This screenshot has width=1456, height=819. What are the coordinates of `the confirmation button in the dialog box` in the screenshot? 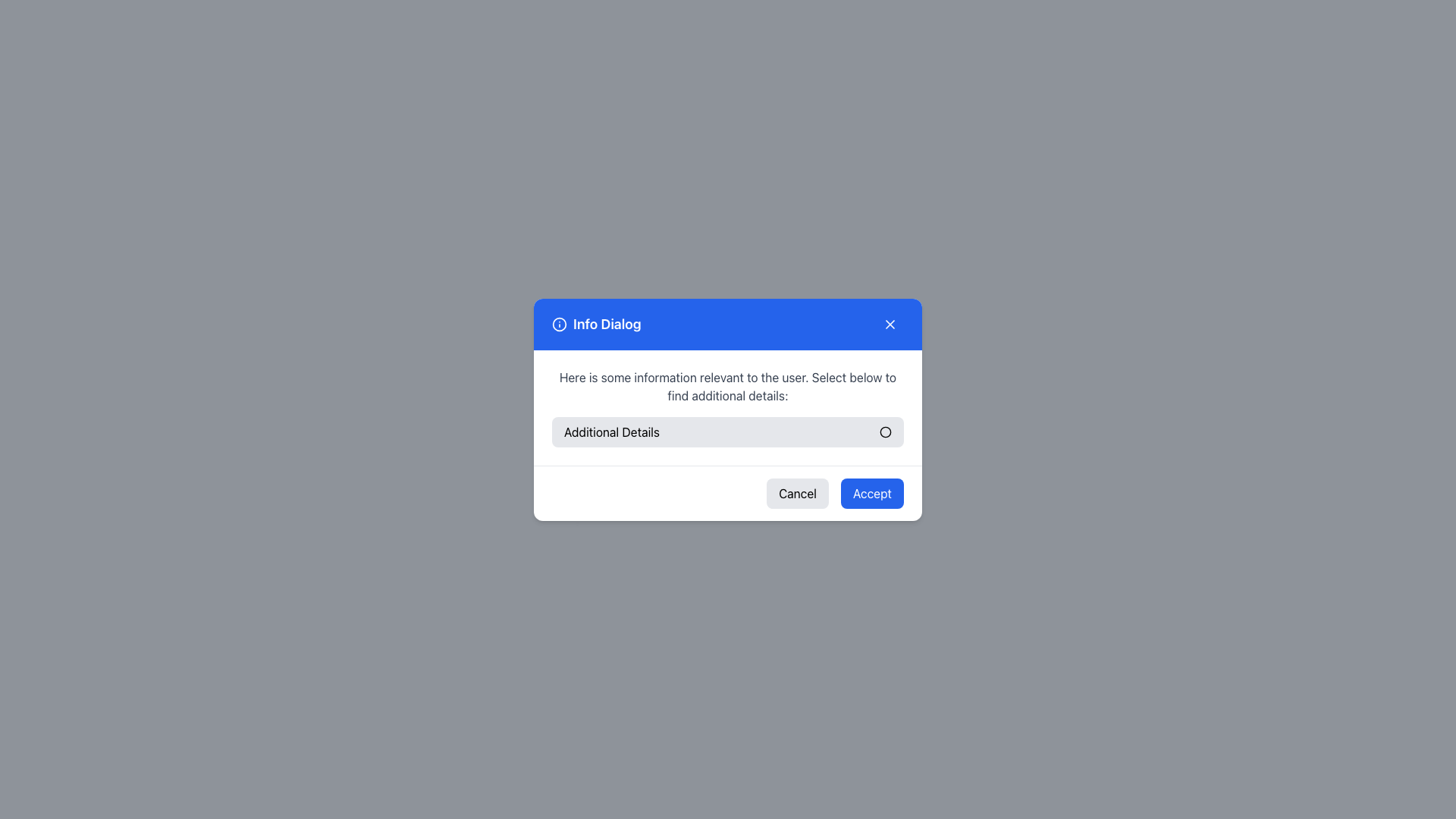 It's located at (872, 493).